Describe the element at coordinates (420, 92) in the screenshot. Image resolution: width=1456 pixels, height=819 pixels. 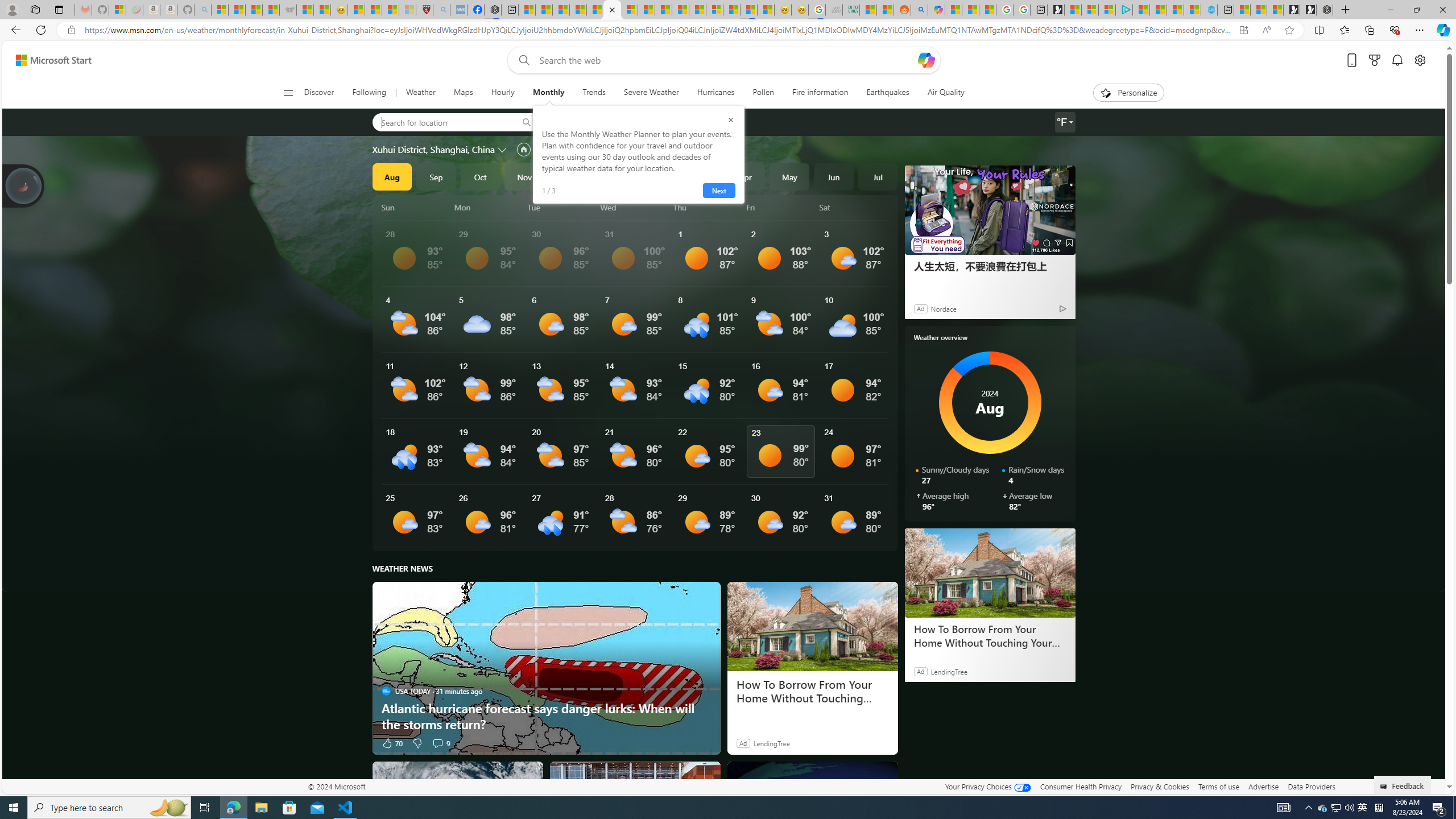
I see `'Weather'` at that location.